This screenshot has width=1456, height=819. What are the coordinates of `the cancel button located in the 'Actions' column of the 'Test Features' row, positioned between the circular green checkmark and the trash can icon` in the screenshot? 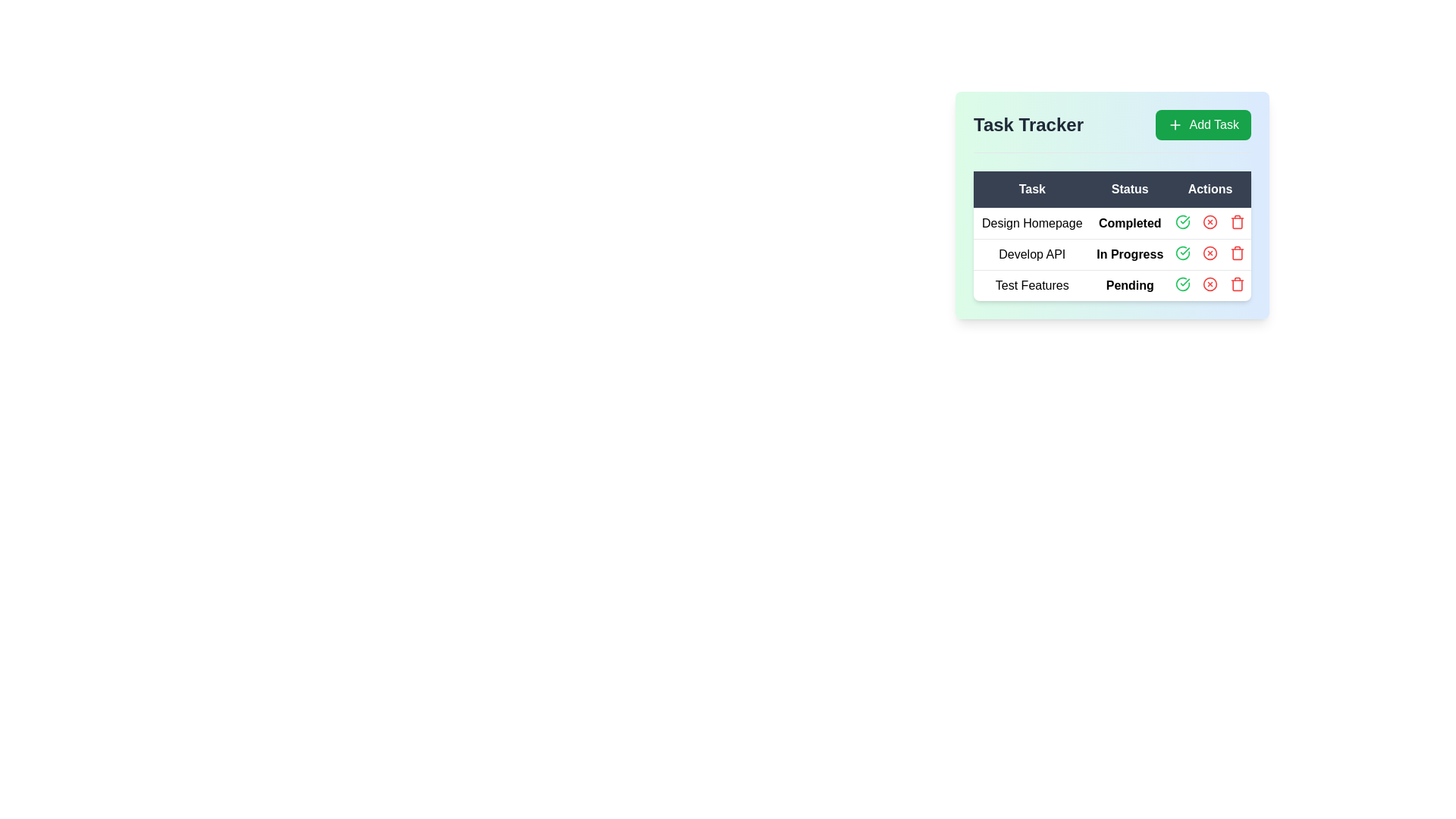 It's located at (1210, 284).